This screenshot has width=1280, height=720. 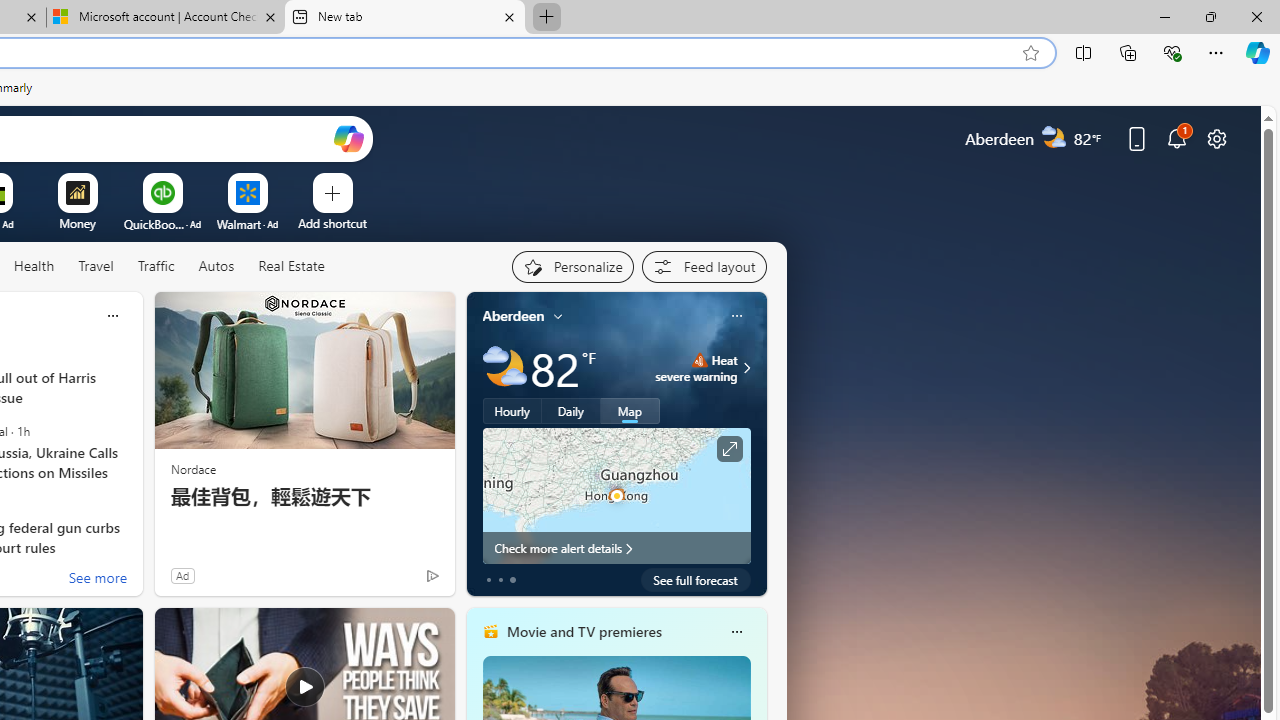 I want to click on 'Health', so click(x=33, y=266).